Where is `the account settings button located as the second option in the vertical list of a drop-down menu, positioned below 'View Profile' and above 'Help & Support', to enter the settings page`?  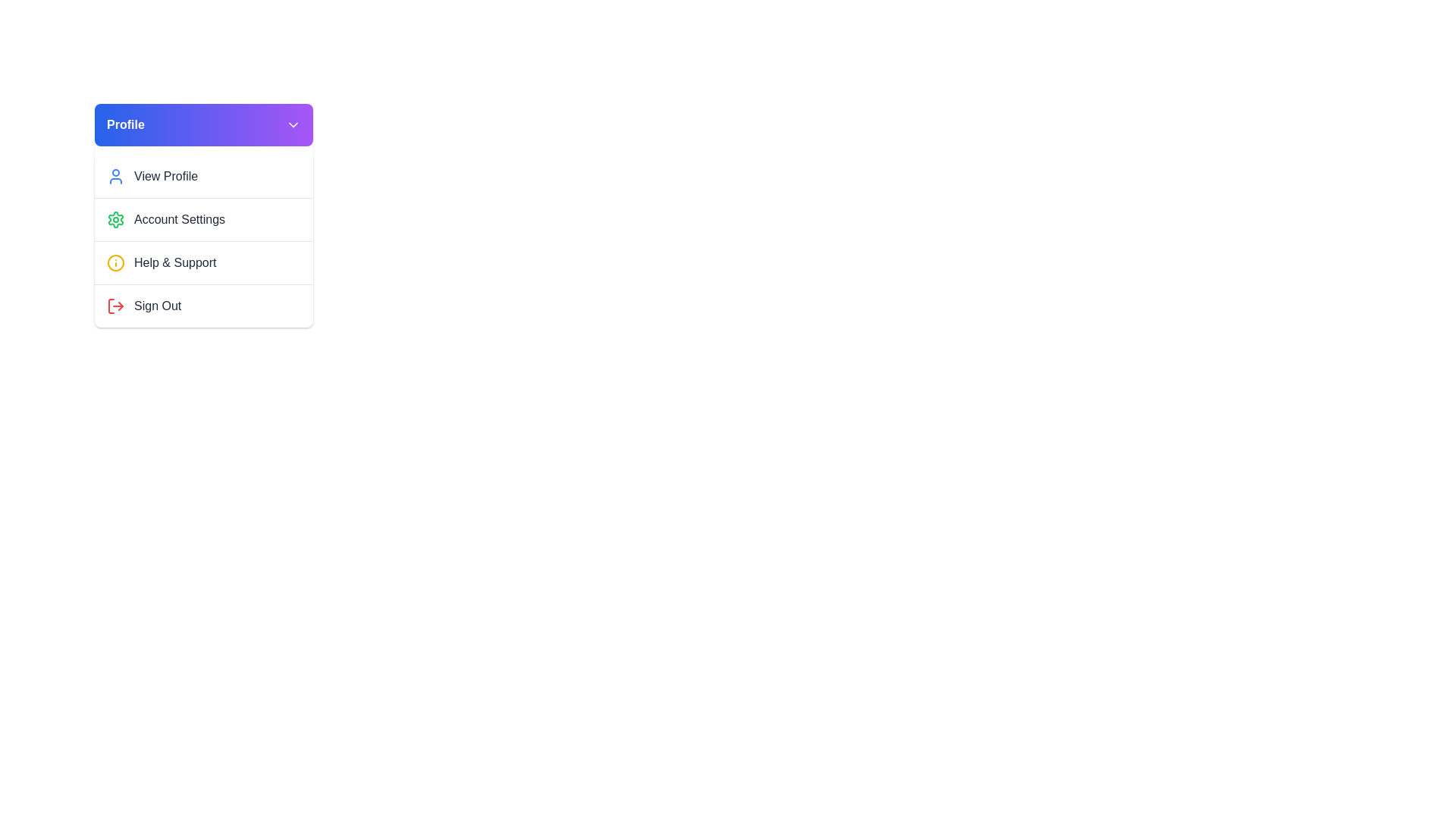
the account settings button located as the second option in the vertical list of a drop-down menu, positioned below 'View Profile' and above 'Help & Support', to enter the settings page is located at coordinates (202, 219).